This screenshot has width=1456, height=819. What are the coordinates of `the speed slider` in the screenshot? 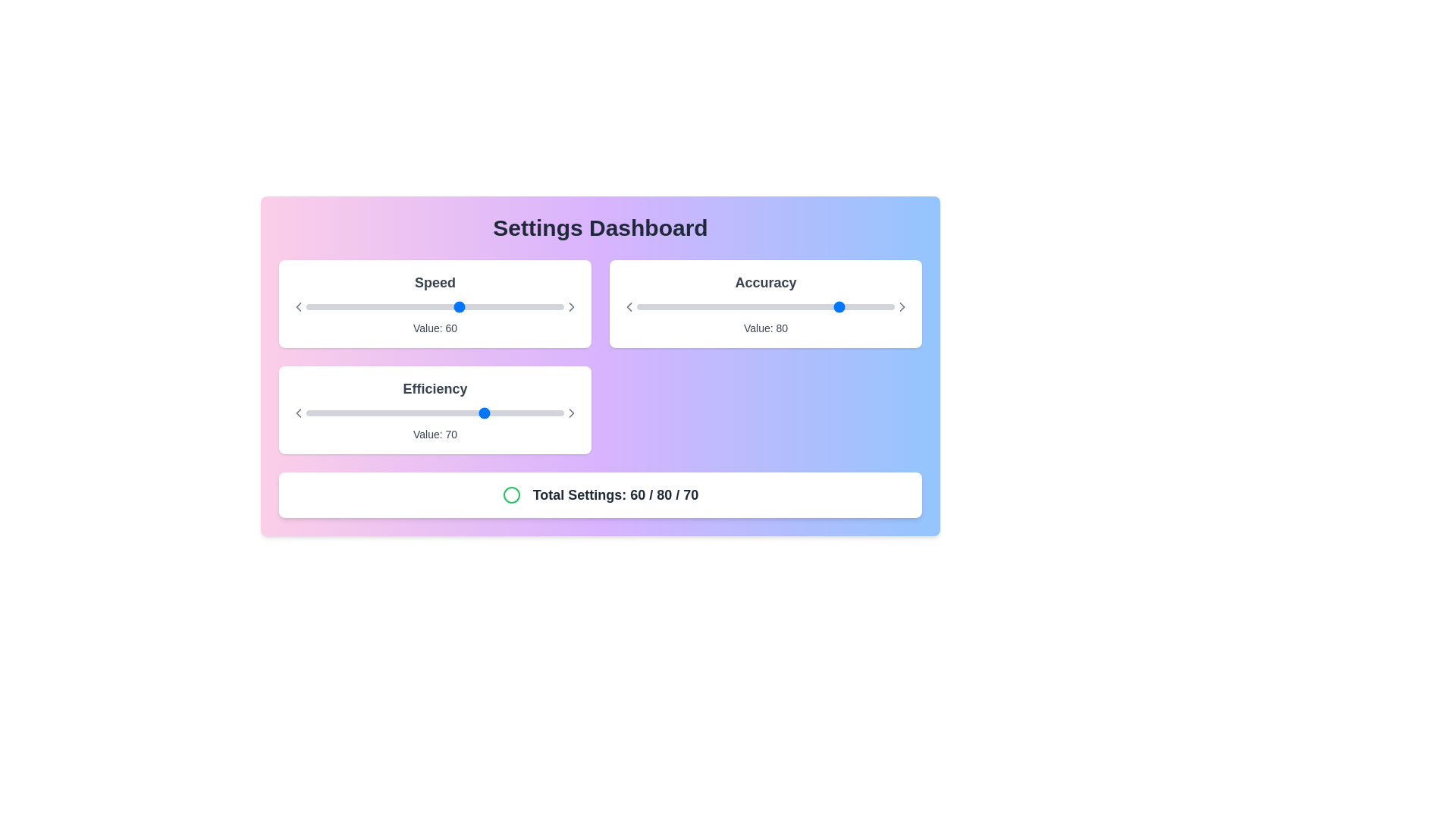 It's located at (515, 307).